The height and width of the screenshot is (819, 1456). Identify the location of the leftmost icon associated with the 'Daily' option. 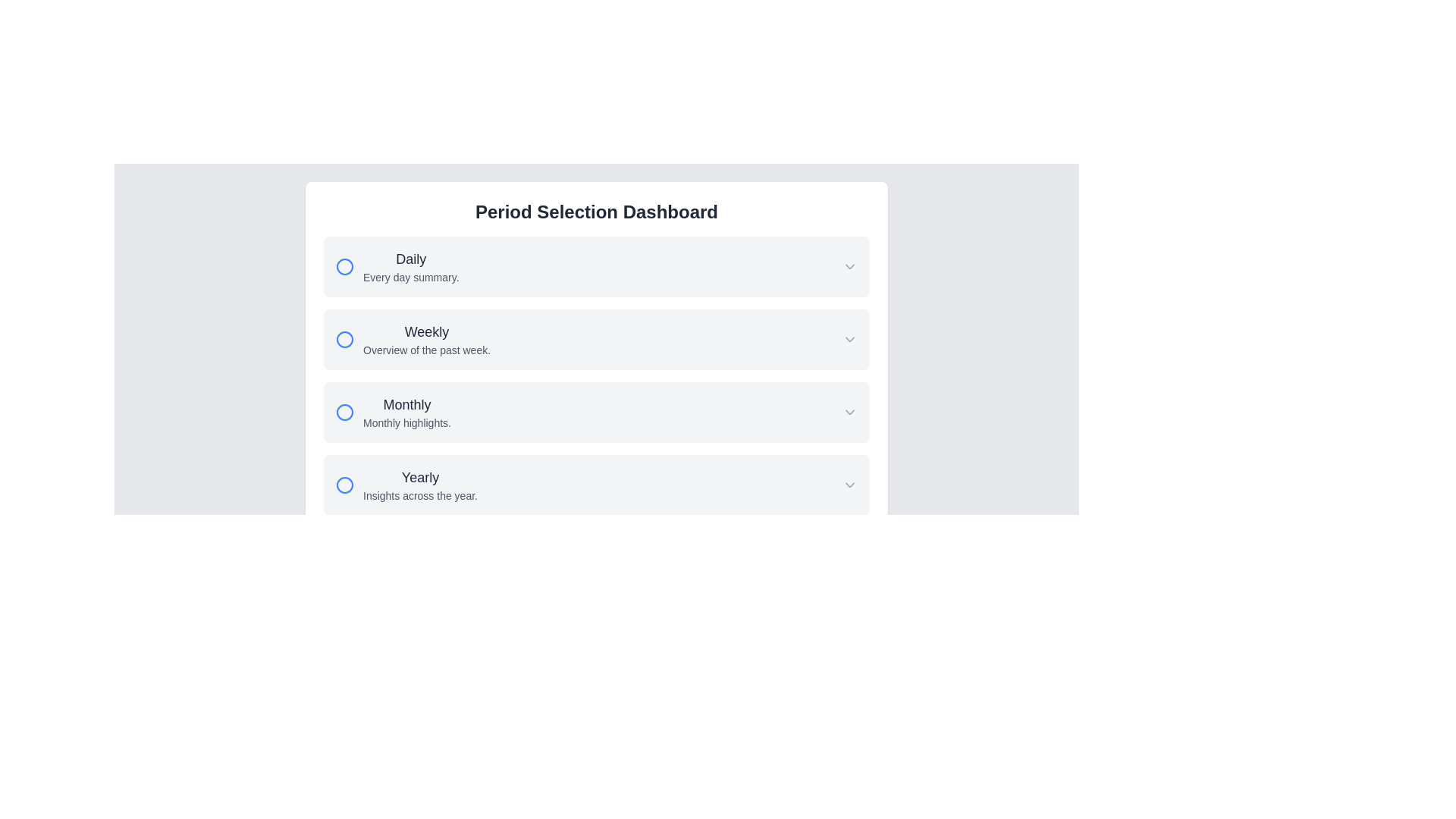
(344, 265).